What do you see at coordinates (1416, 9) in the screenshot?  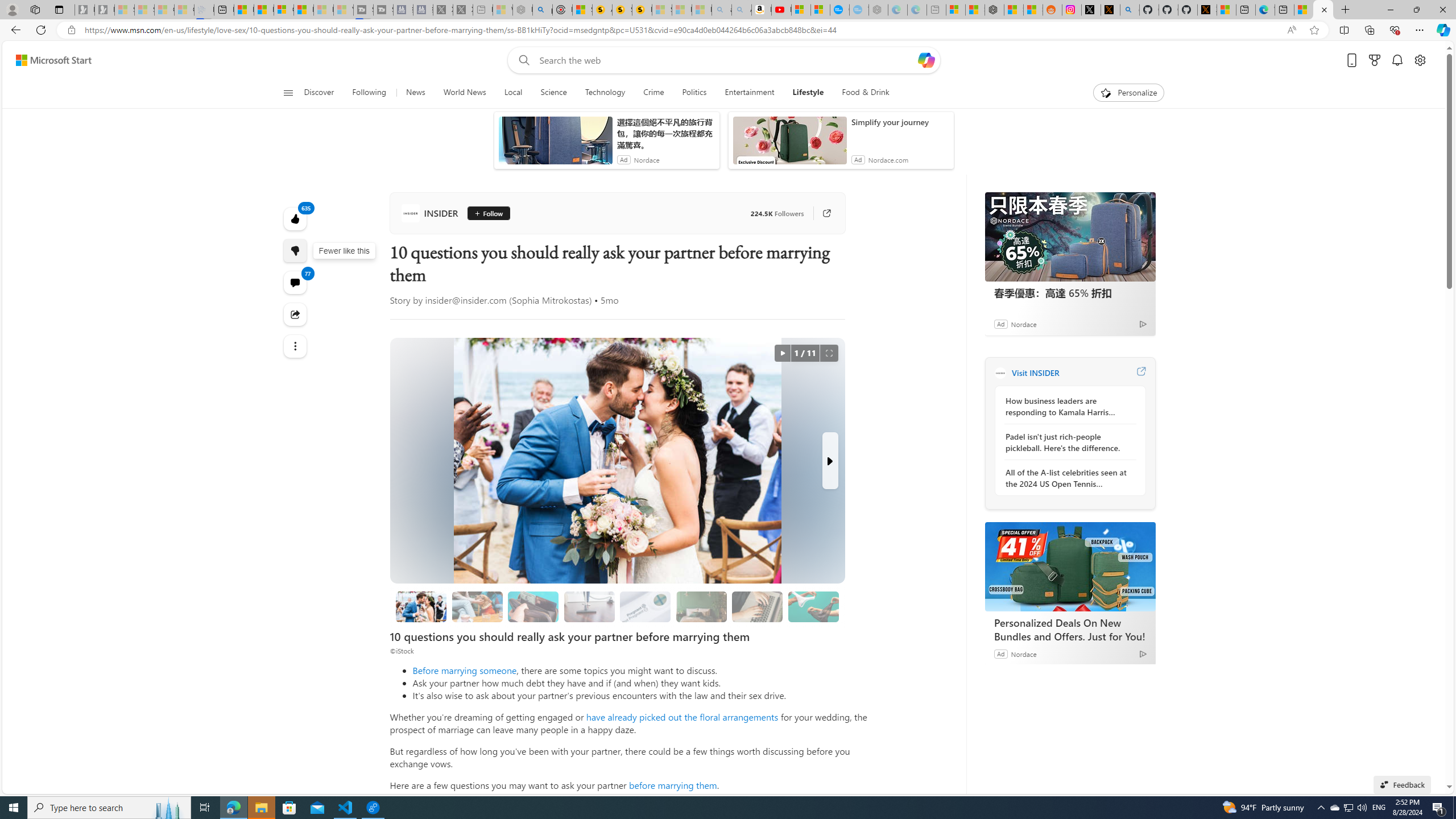 I see `'Restore'` at bounding box center [1416, 9].